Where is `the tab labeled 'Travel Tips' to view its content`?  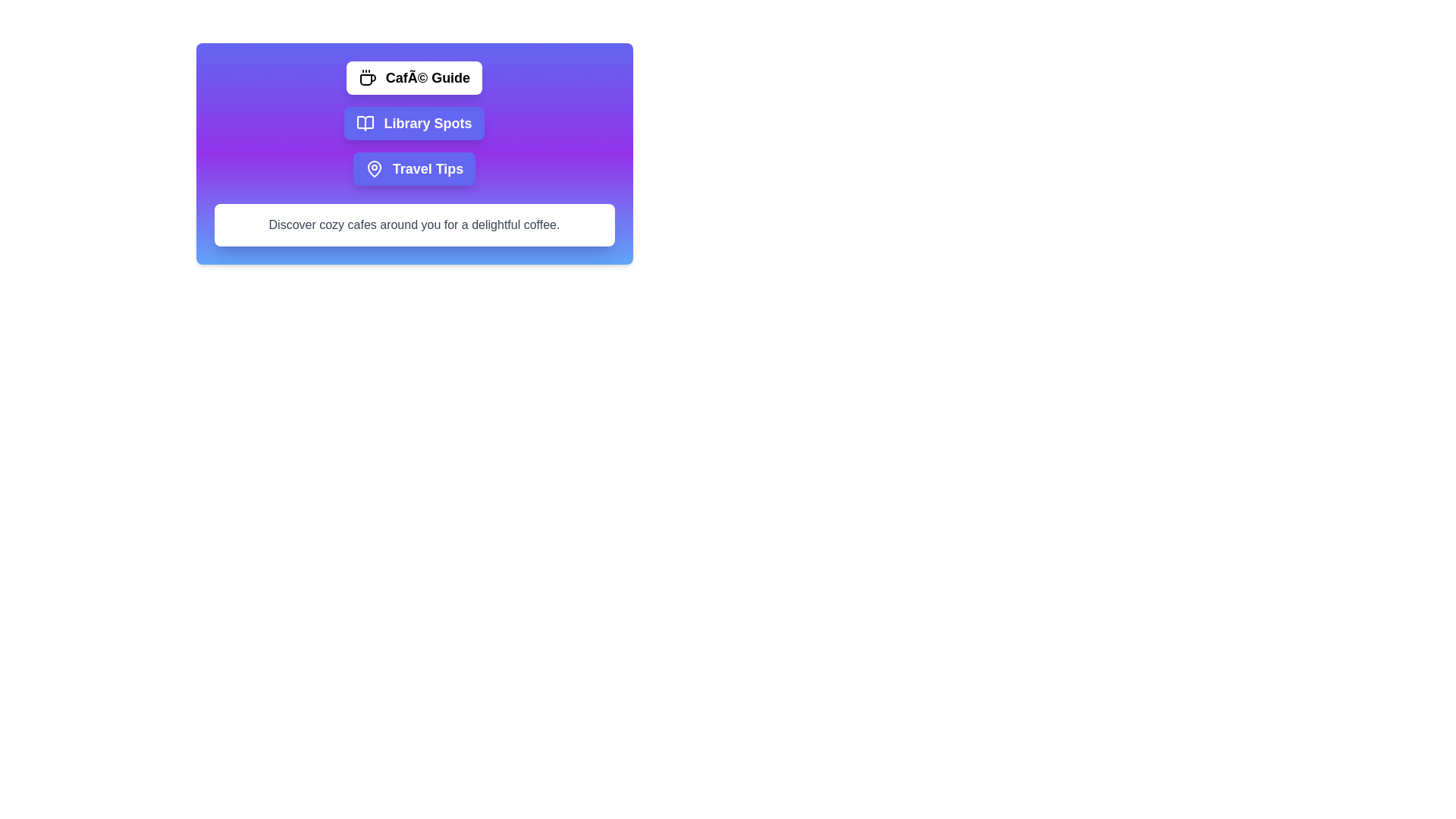
the tab labeled 'Travel Tips' to view its content is located at coordinates (414, 169).